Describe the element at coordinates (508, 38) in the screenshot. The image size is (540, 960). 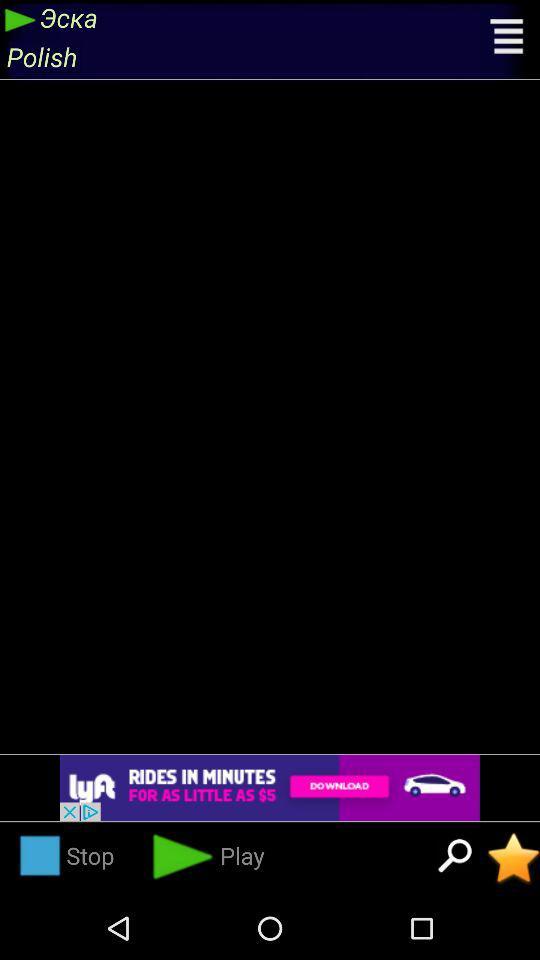
I see `open menu` at that location.